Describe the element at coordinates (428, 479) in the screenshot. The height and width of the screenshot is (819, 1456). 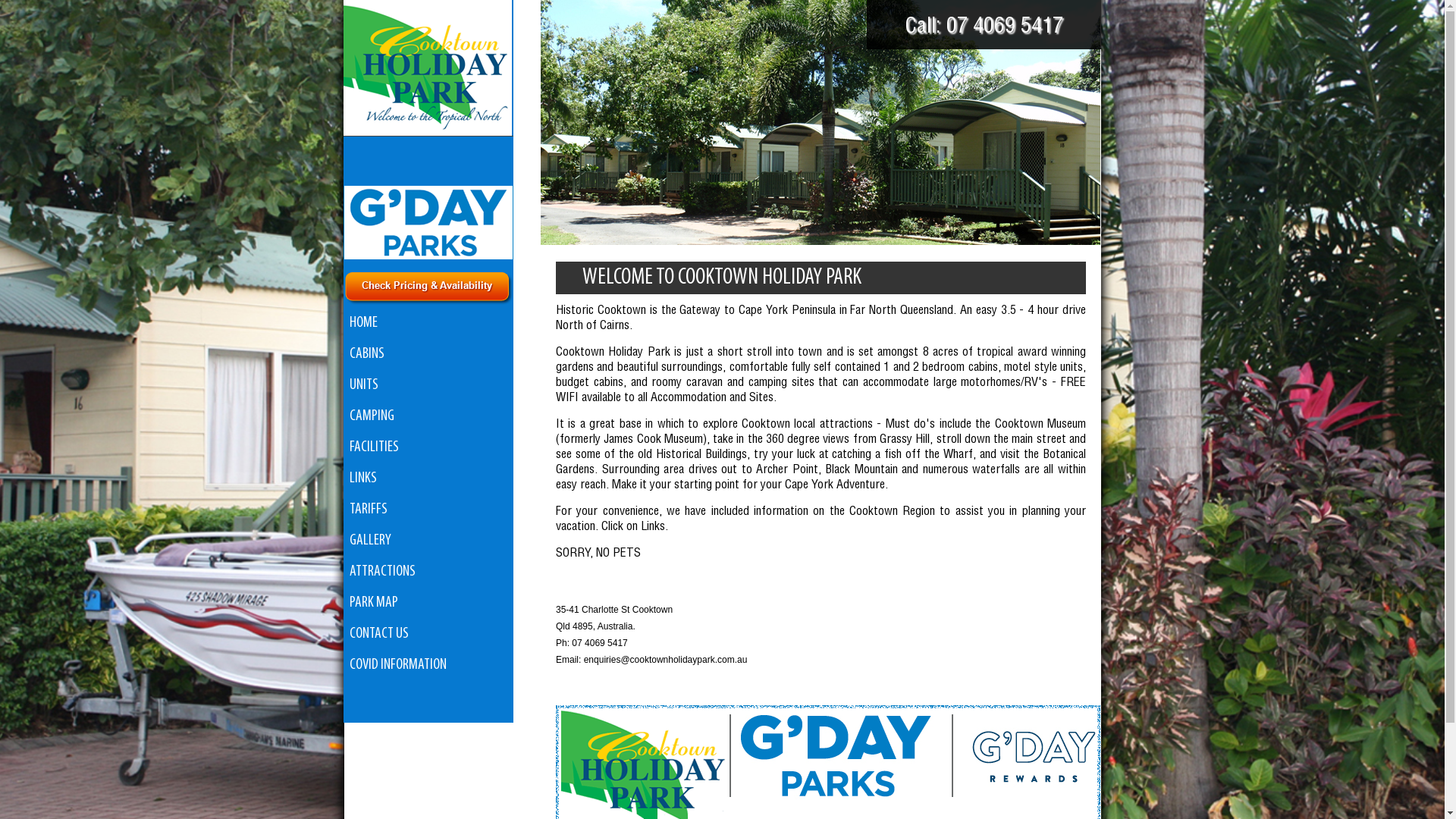
I see `'LINKS'` at that location.